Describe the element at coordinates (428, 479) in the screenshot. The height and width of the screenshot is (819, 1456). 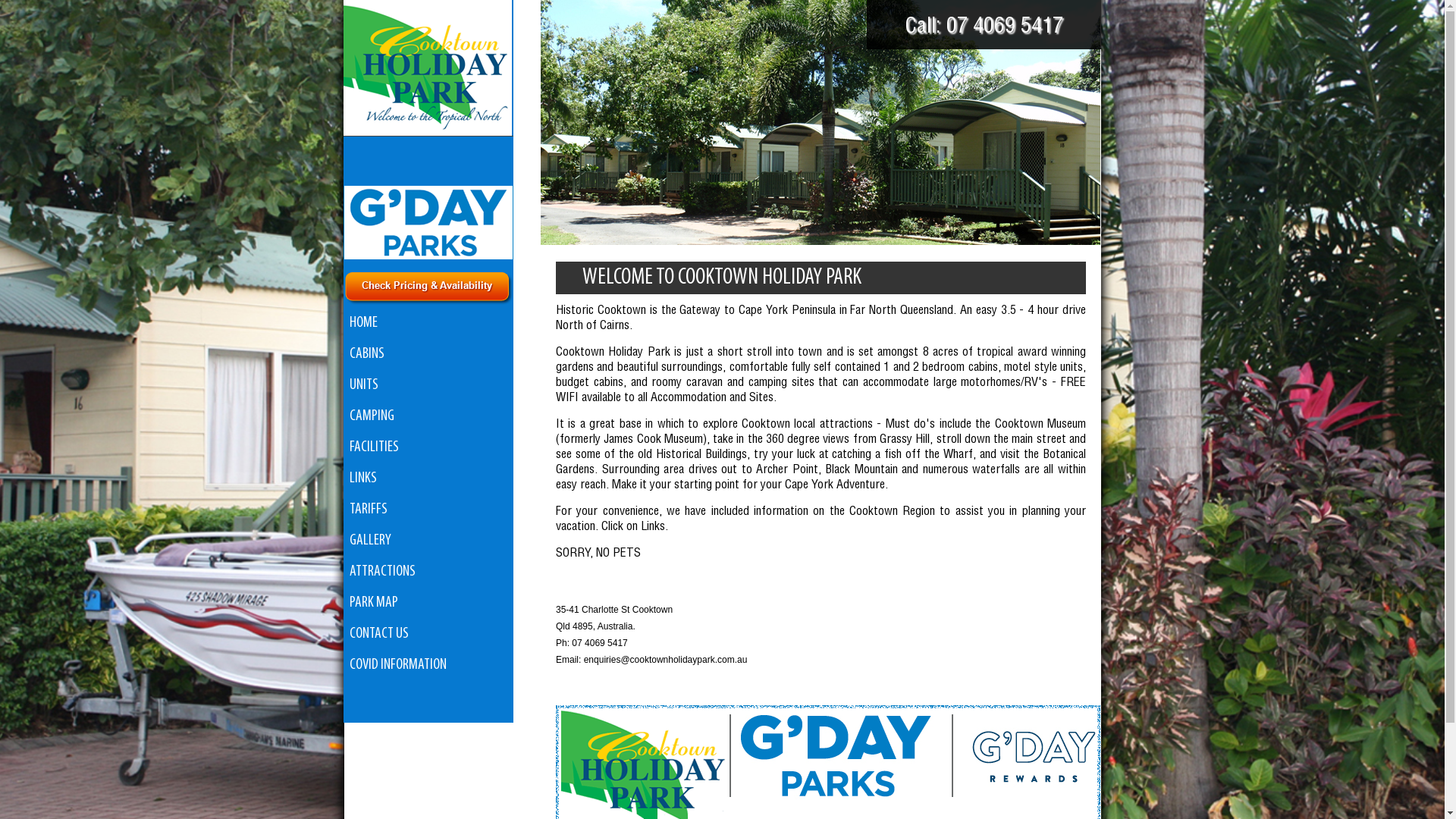
I see `'LINKS'` at that location.